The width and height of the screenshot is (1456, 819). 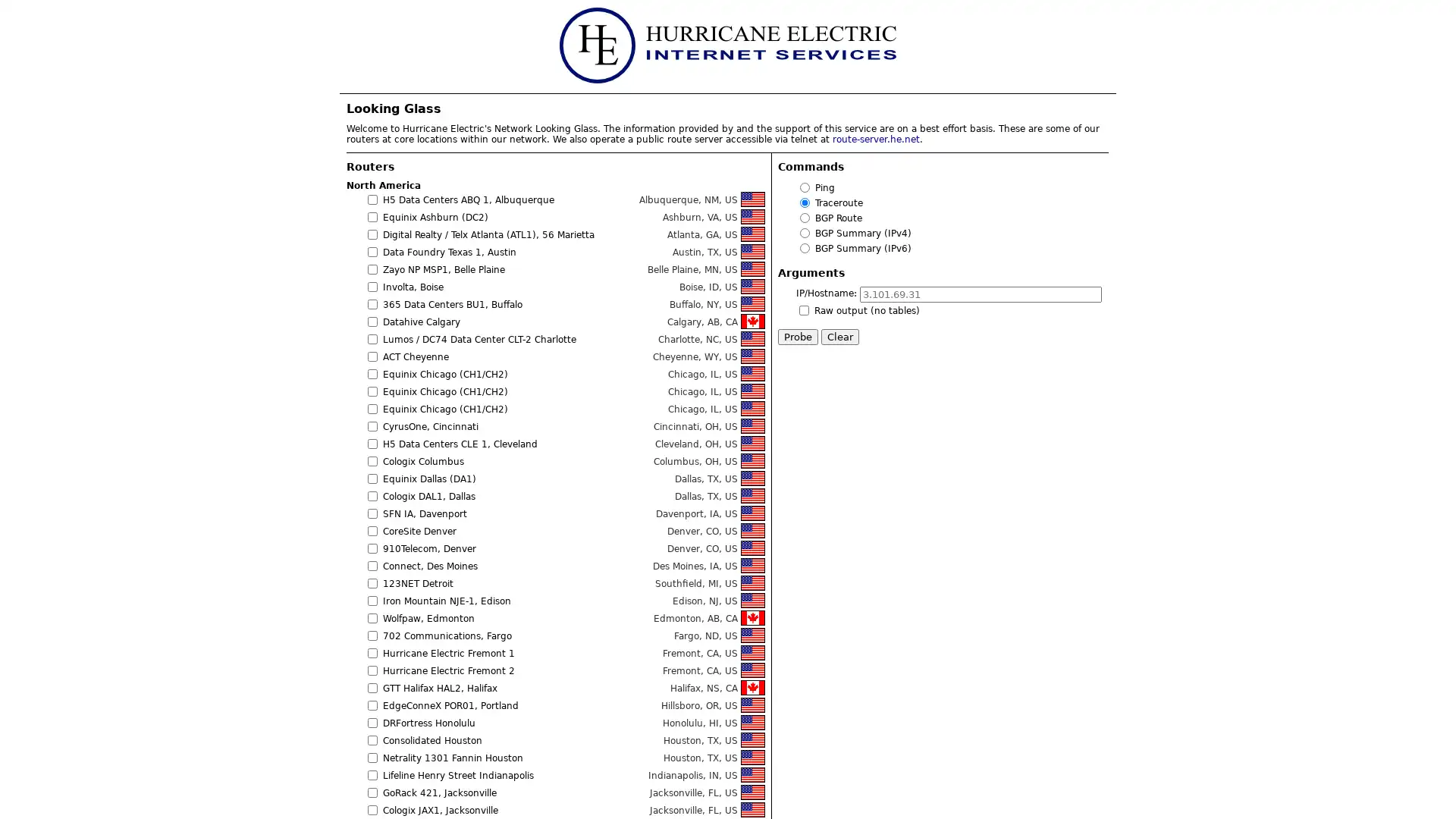 I want to click on Clear, so click(x=839, y=336).